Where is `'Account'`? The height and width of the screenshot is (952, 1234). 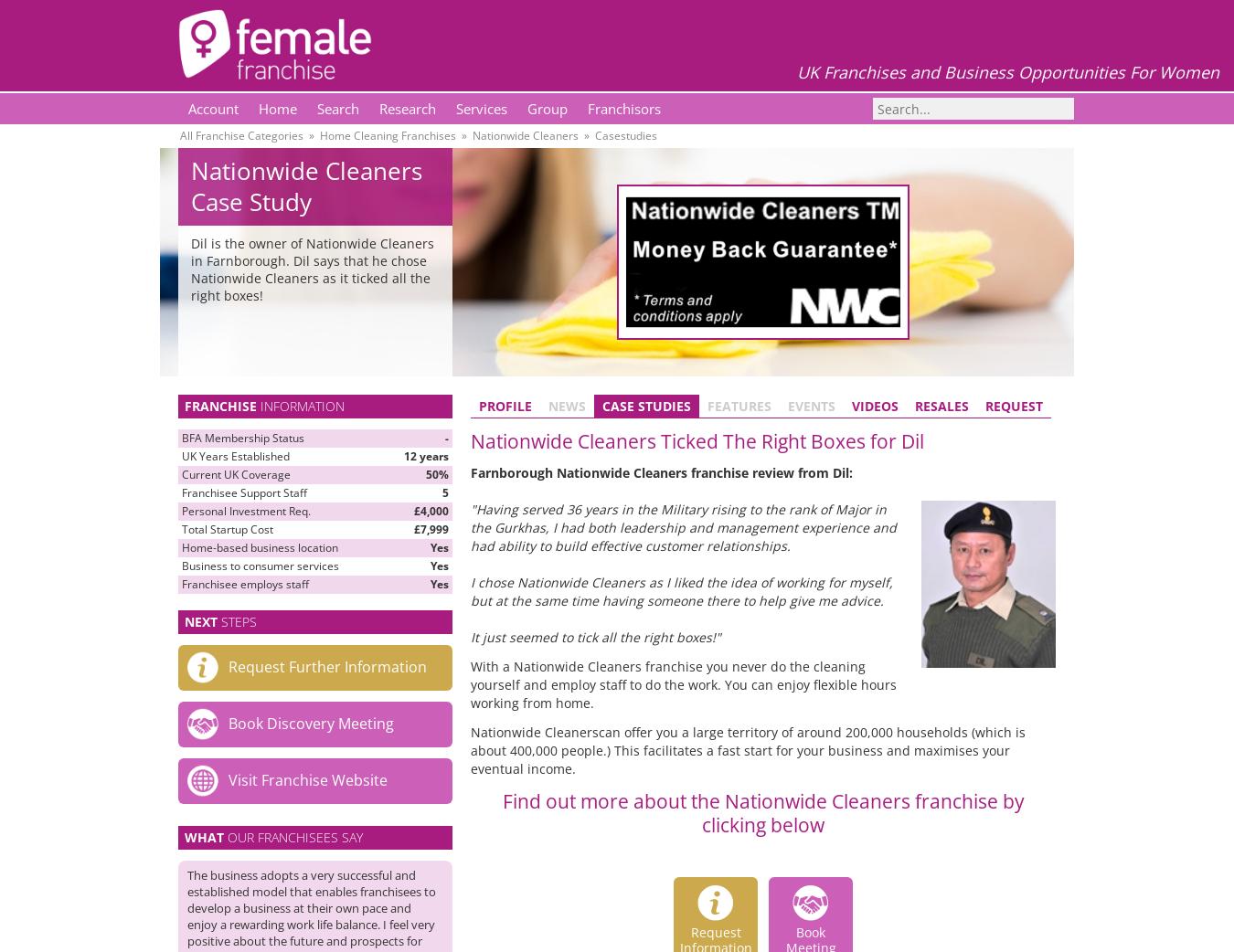
'Account' is located at coordinates (212, 108).